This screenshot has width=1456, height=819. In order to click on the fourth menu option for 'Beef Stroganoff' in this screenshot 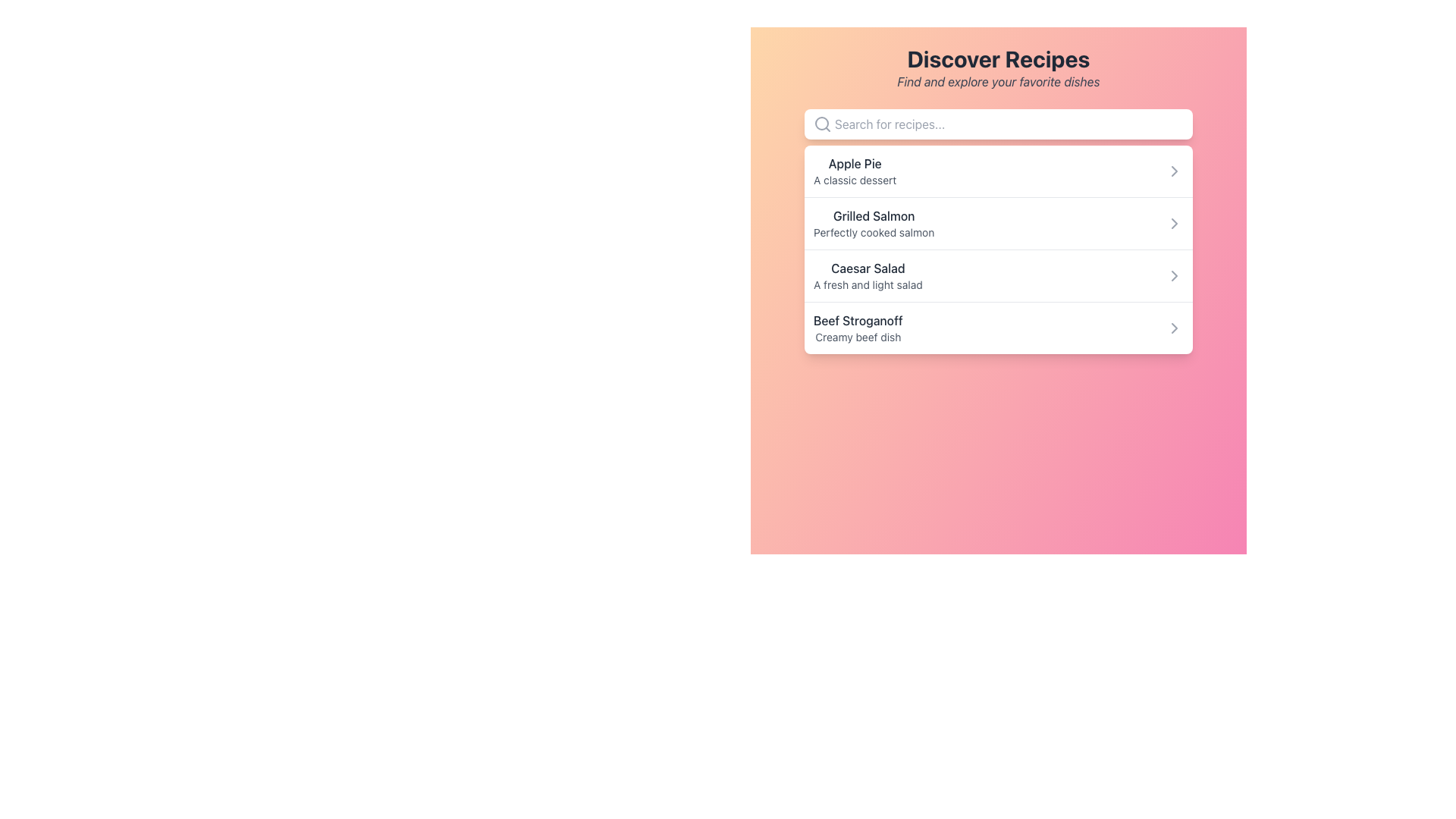, I will do `click(998, 327)`.